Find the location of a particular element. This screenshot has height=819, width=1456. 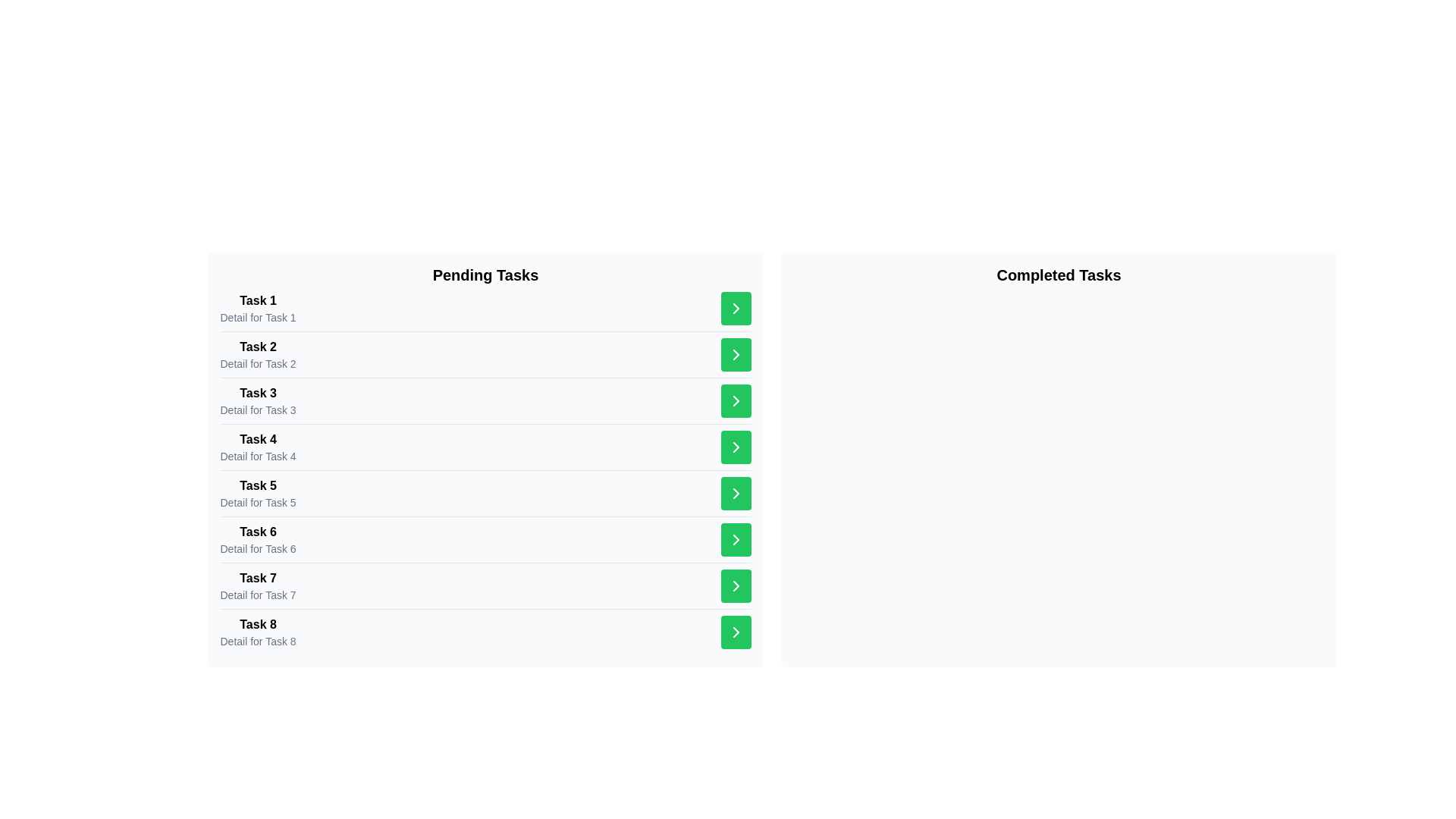

the clickable button containing the Chevron icon for 'Task 3' in the 'Pending Tasks' section is located at coordinates (736, 354).